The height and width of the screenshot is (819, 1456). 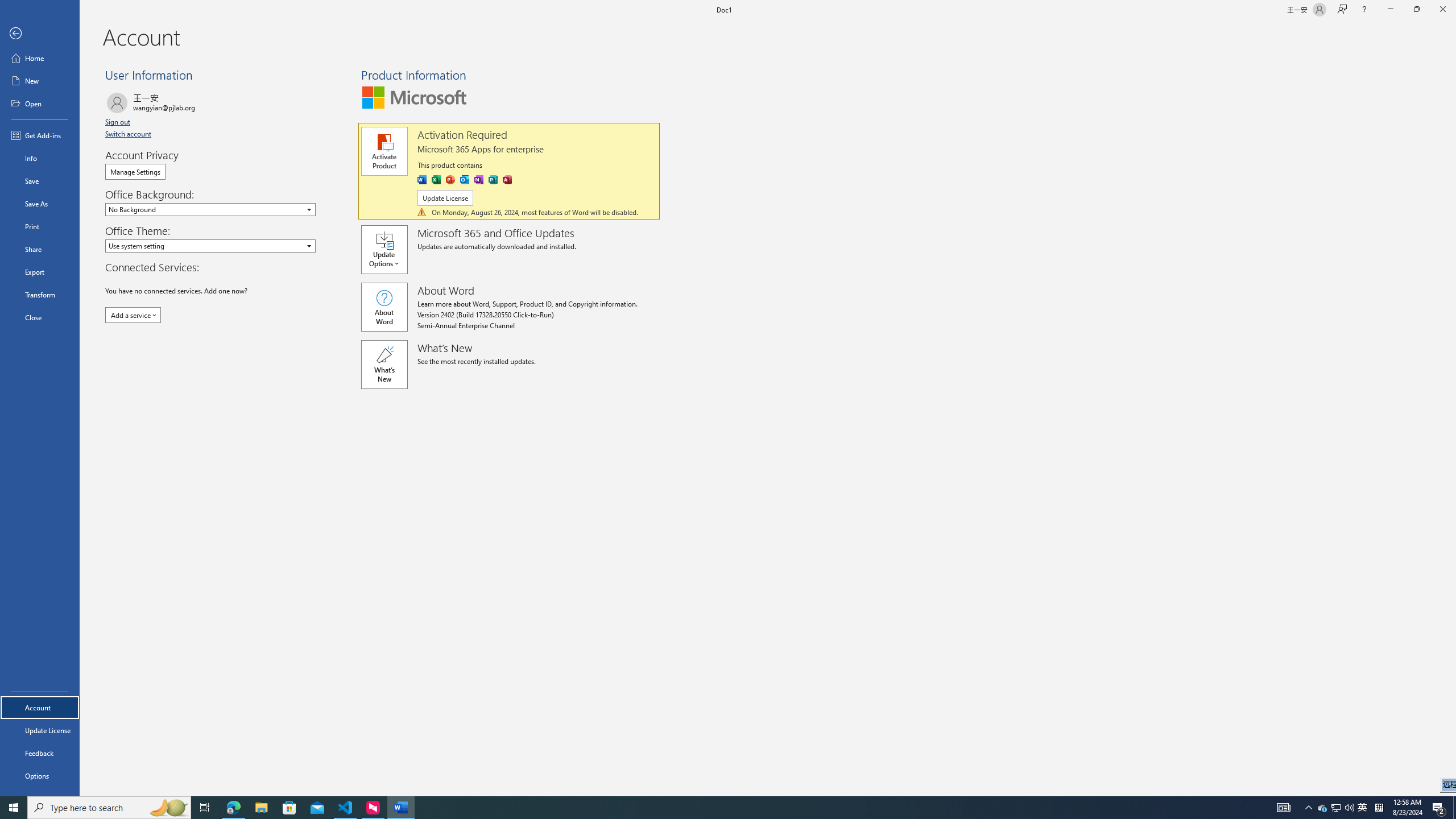 I want to click on 'Account', so click(x=39, y=708).